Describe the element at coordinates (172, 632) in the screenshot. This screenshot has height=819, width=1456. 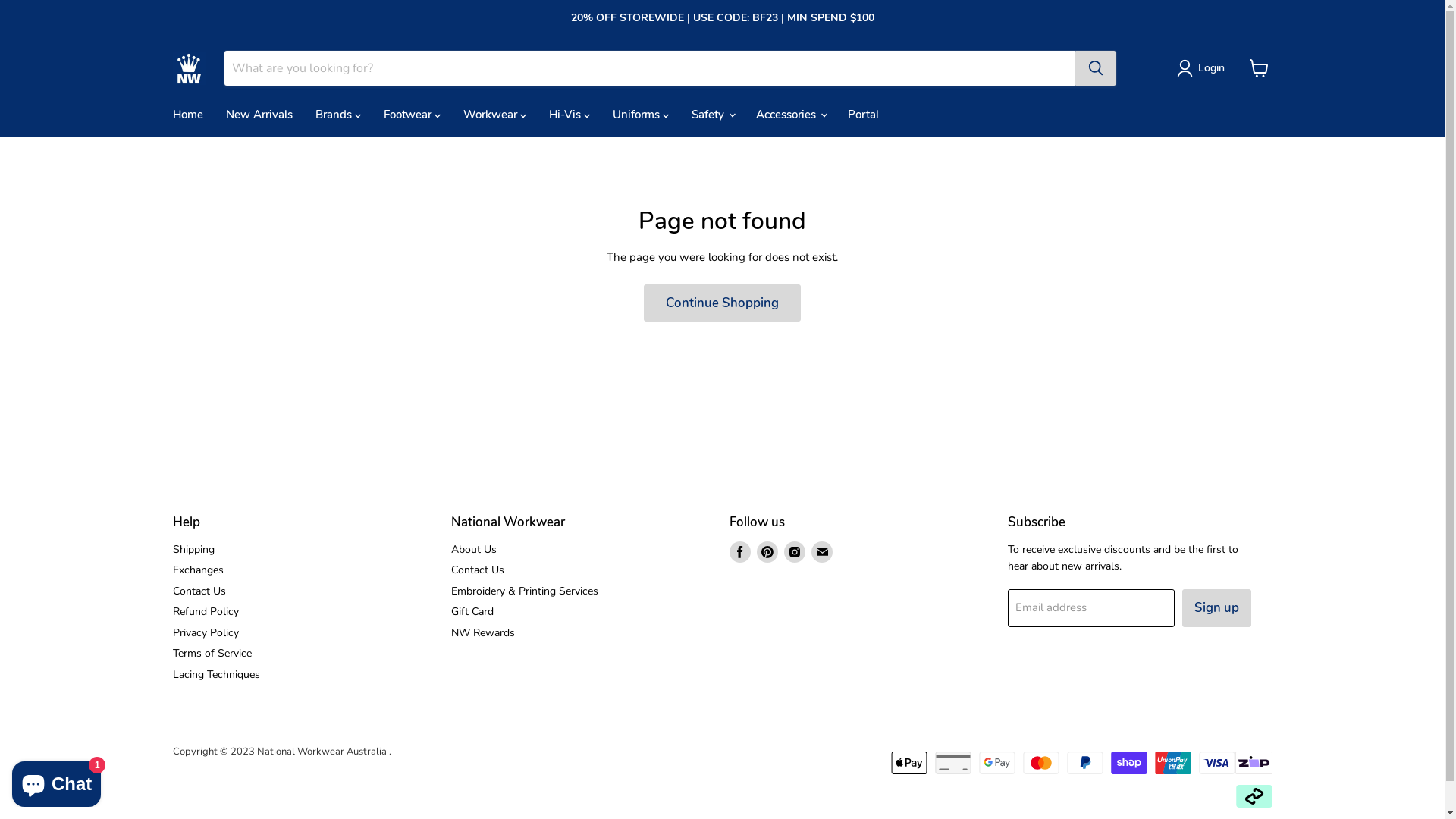
I see `'Privacy Policy'` at that location.